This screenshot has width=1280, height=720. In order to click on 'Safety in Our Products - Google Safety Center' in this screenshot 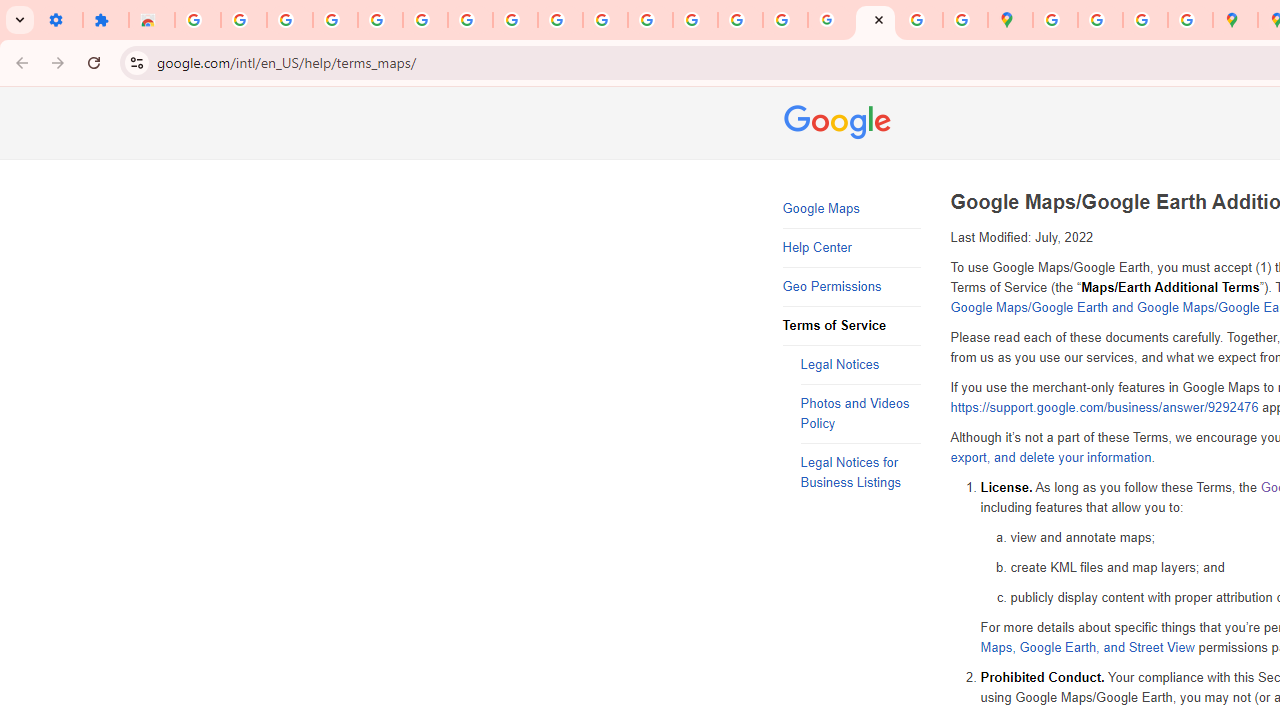, I will do `click(1190, 20)`.